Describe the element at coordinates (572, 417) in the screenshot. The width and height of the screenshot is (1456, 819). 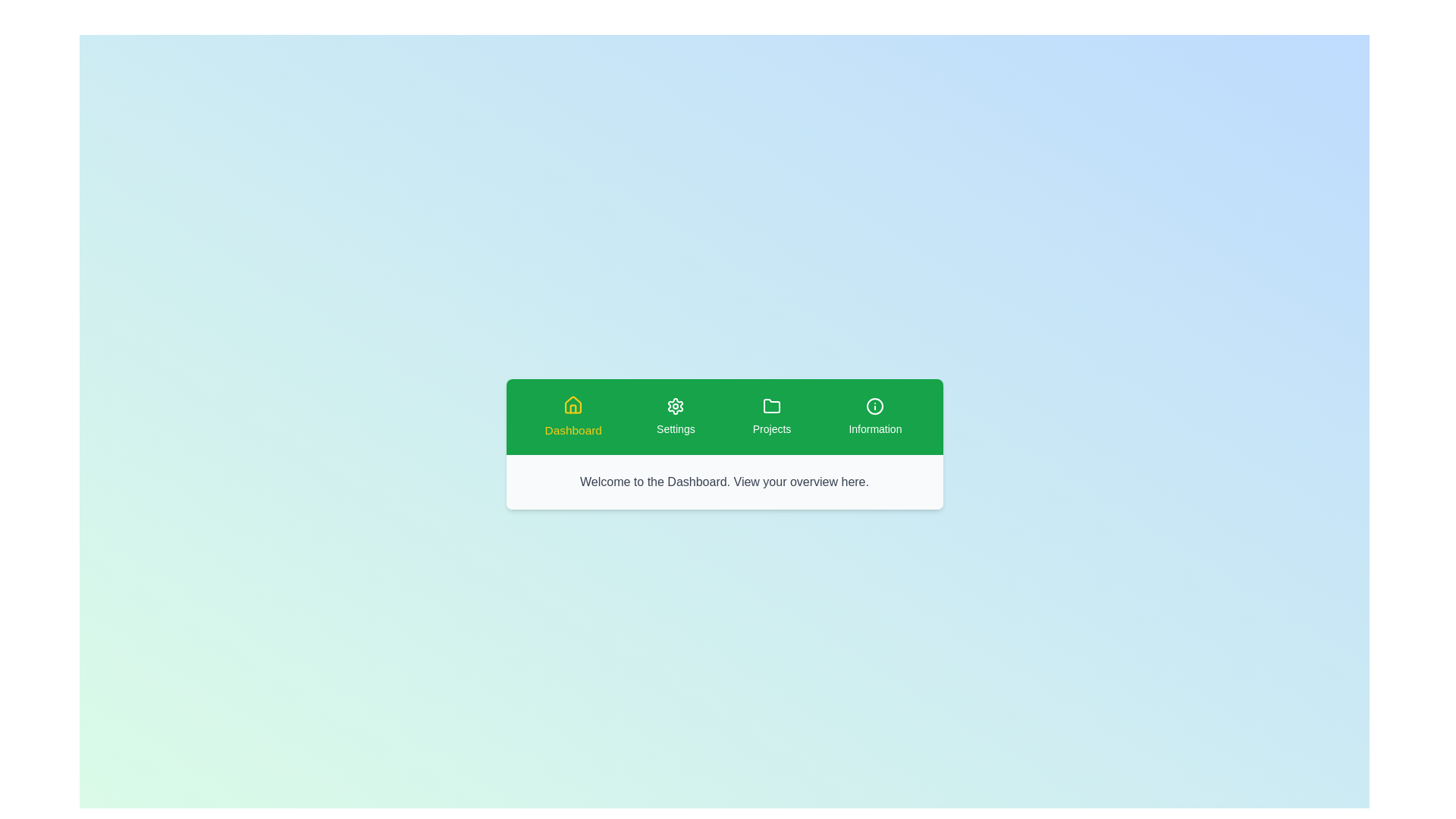
I see `the tab button labeled Dashboard to activate it` at that location.